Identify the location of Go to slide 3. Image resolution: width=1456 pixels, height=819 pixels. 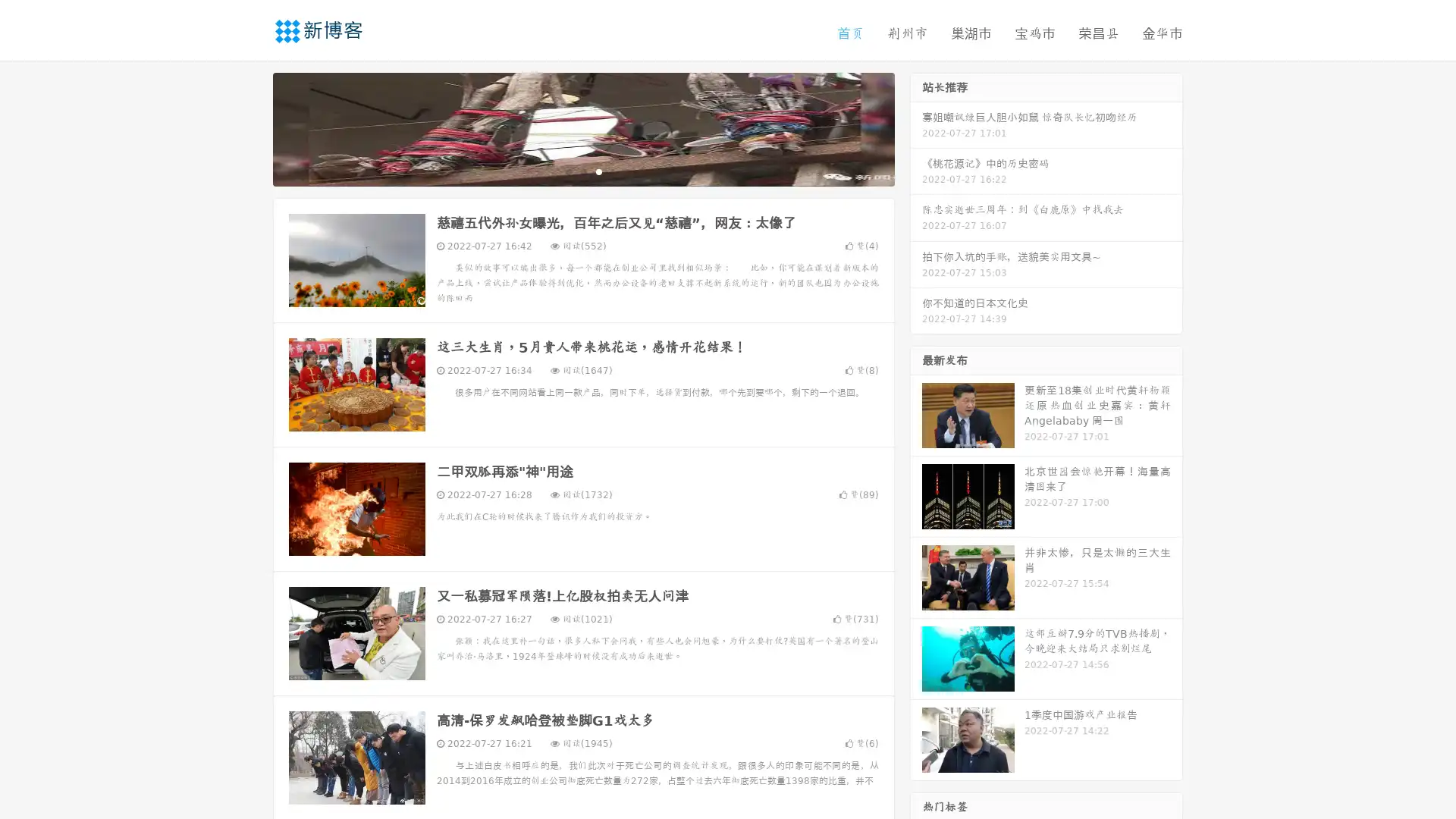
(598, 171).